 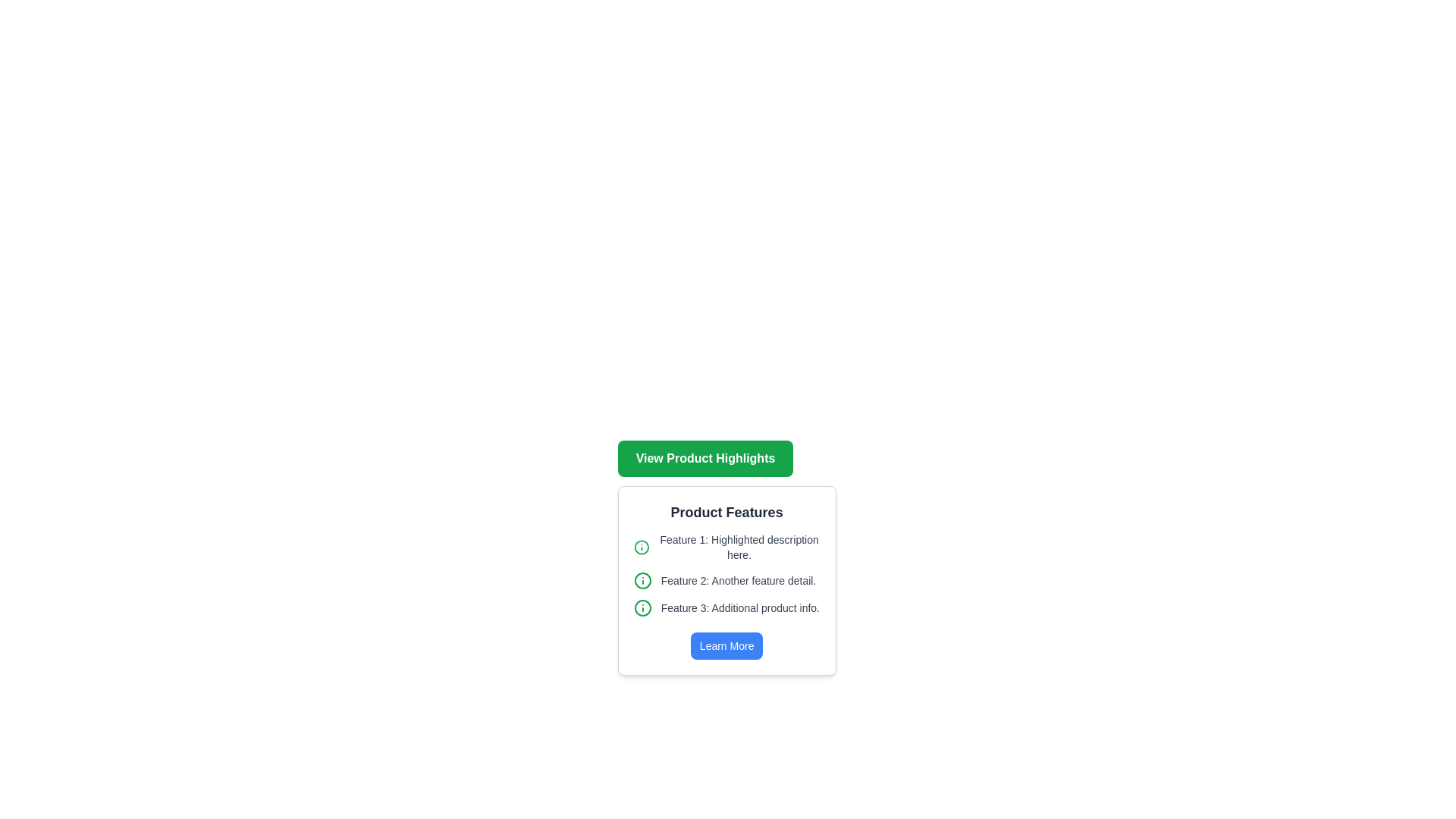 I want to click on the second Informational List Item in the 'Product Features' section, which provides a concise description of a product or service feature, so click(x=726, y=580).